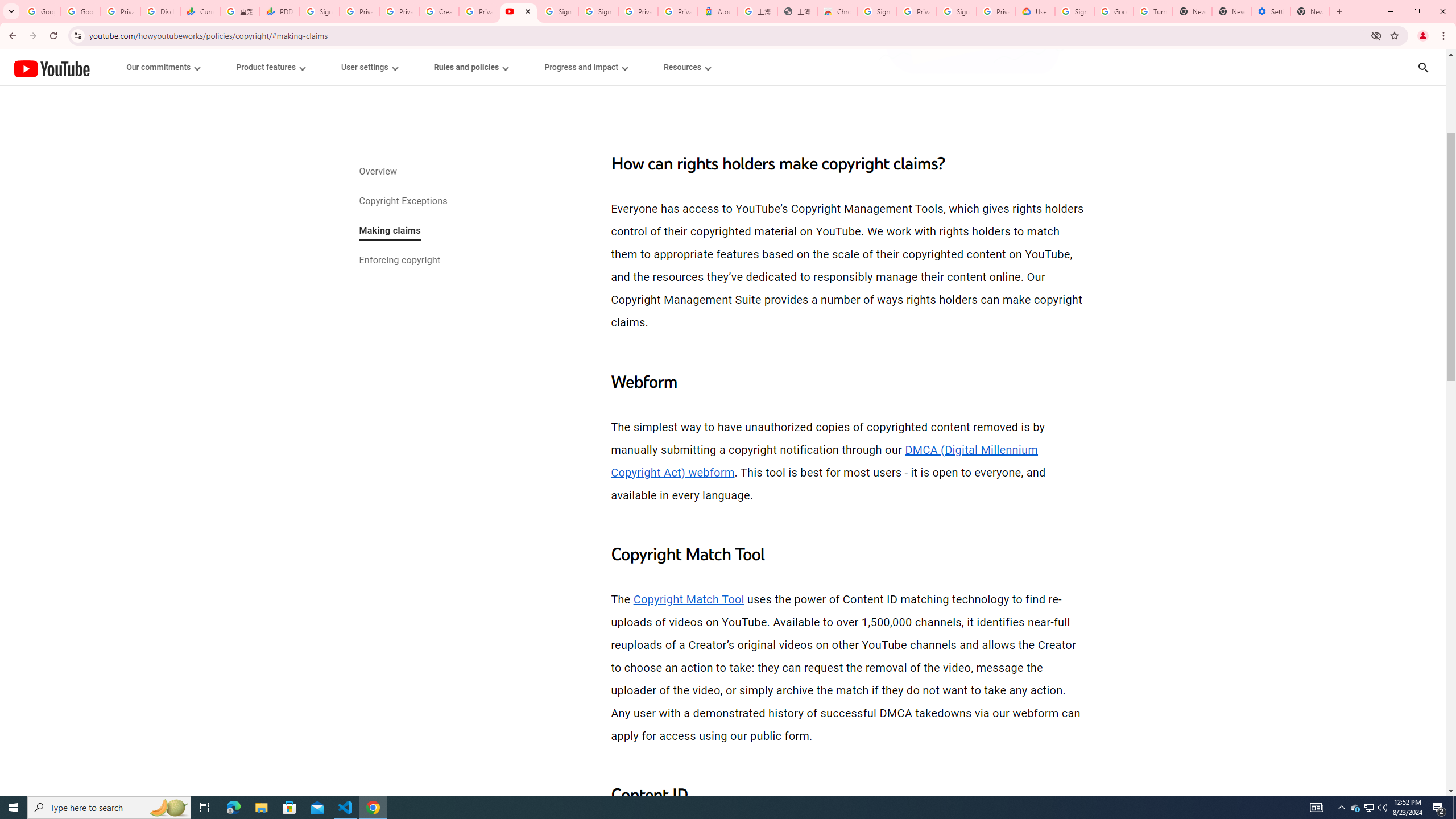 This screenshot has height=819, width=1456. I want to click on 'Privacy Checkup', so click(399, 11).